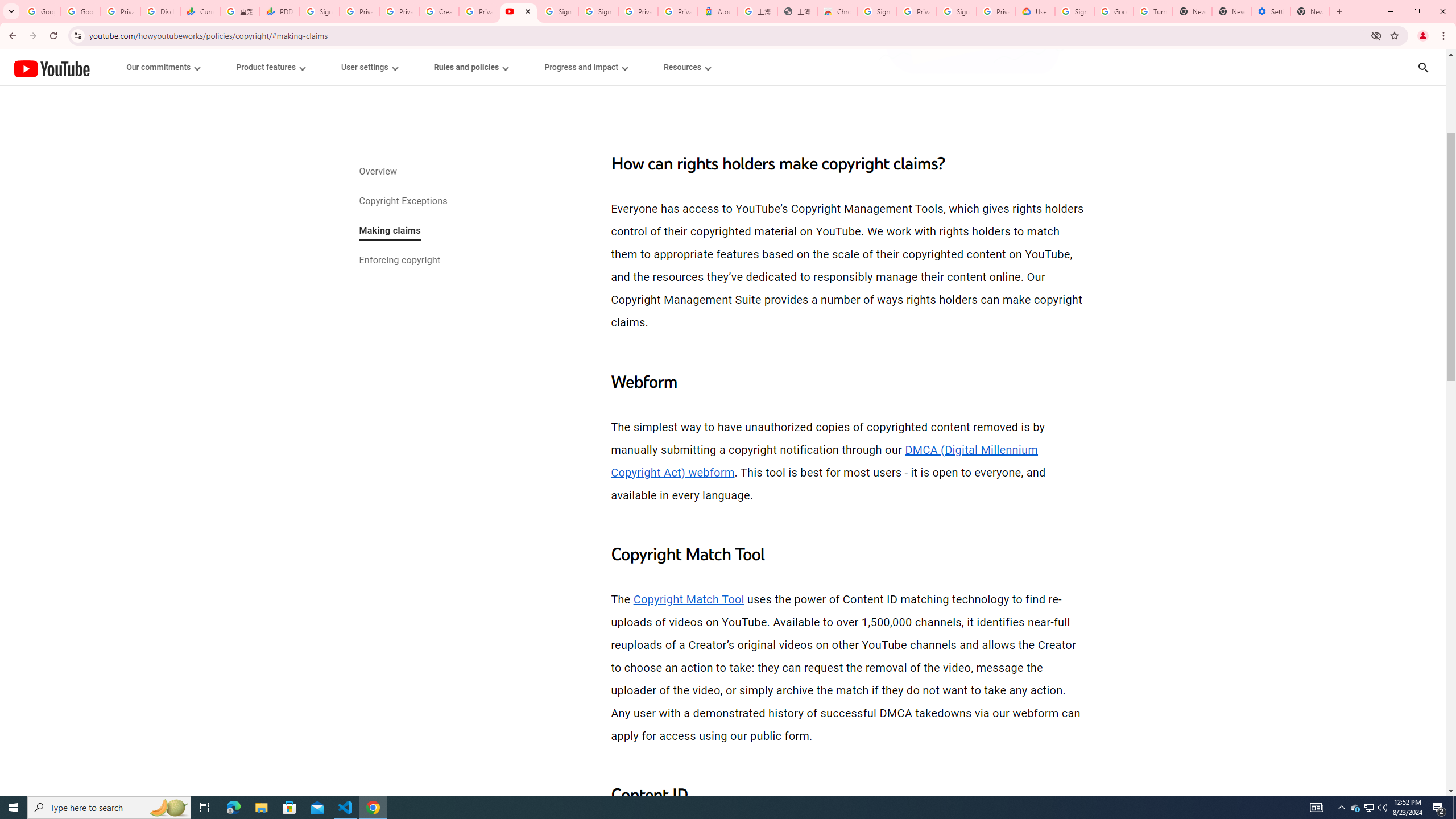 This screenshot has height=819, width=1456. I want to click on 'Privacy Checkup', so click(399, 11).